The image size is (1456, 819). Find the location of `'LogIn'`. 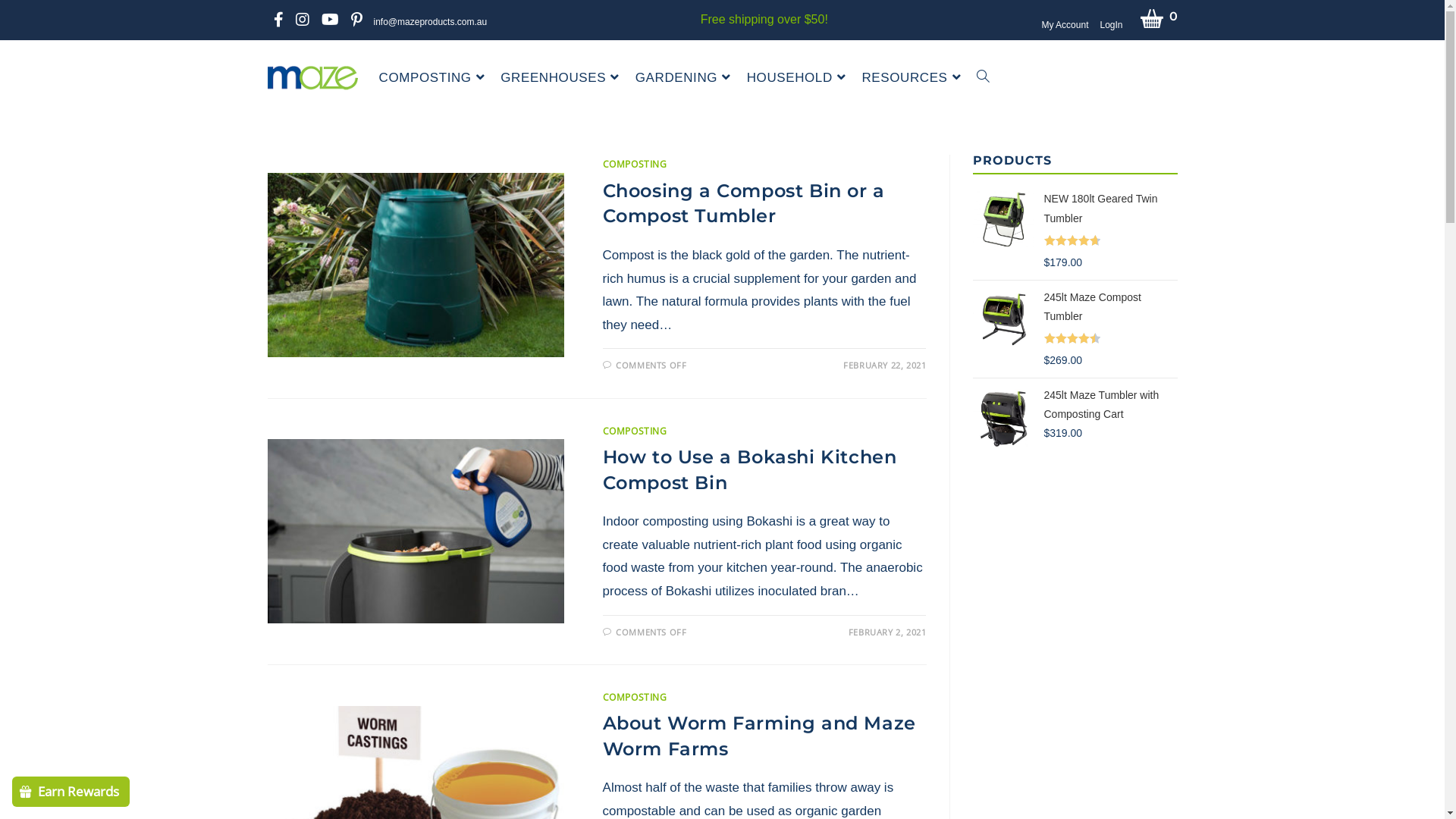

'LogIn' is located at coordinates (1110, 26).